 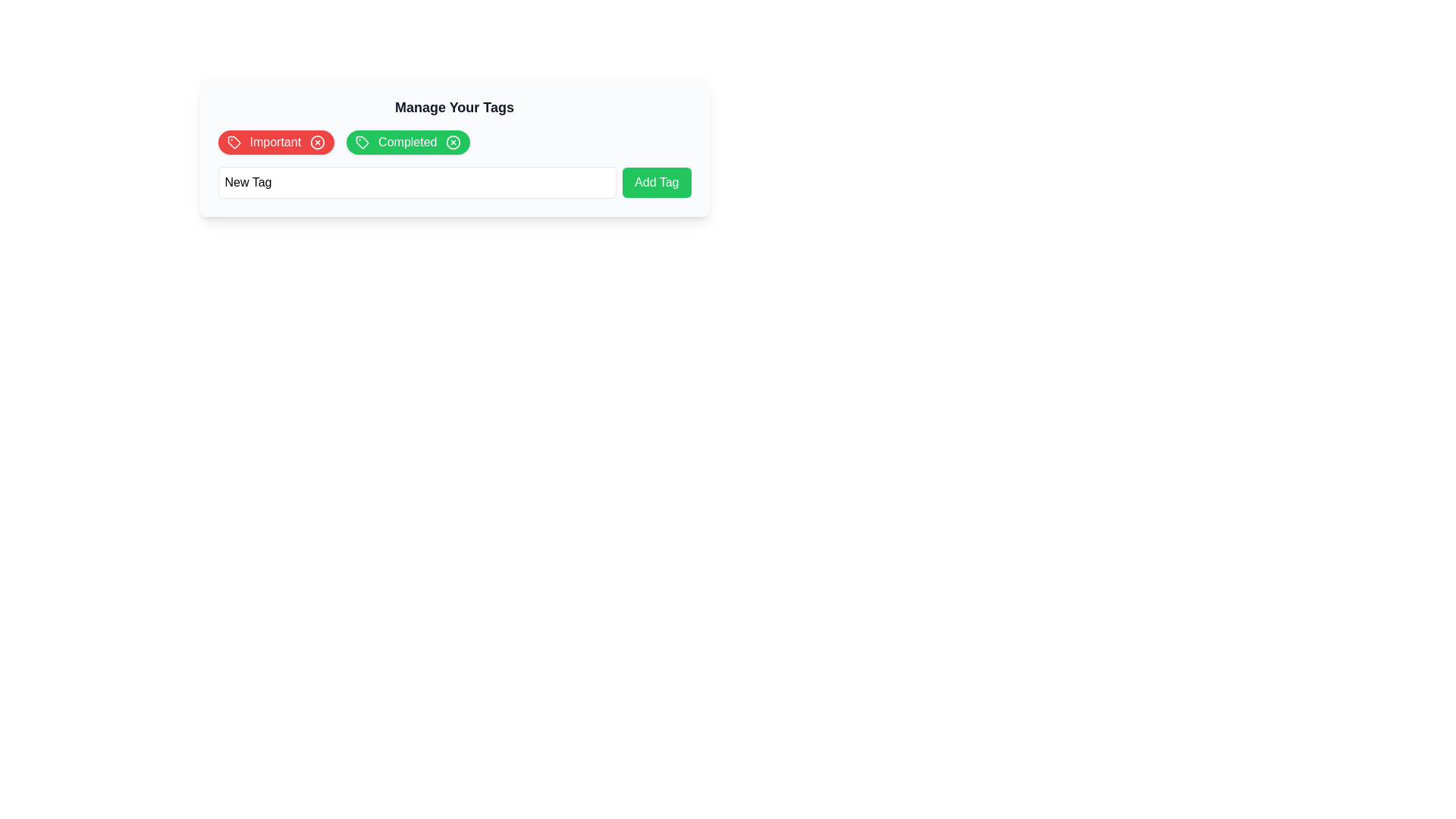 I want to click on the close button of the tag named Important to remove it, so click(x=317, y=143).